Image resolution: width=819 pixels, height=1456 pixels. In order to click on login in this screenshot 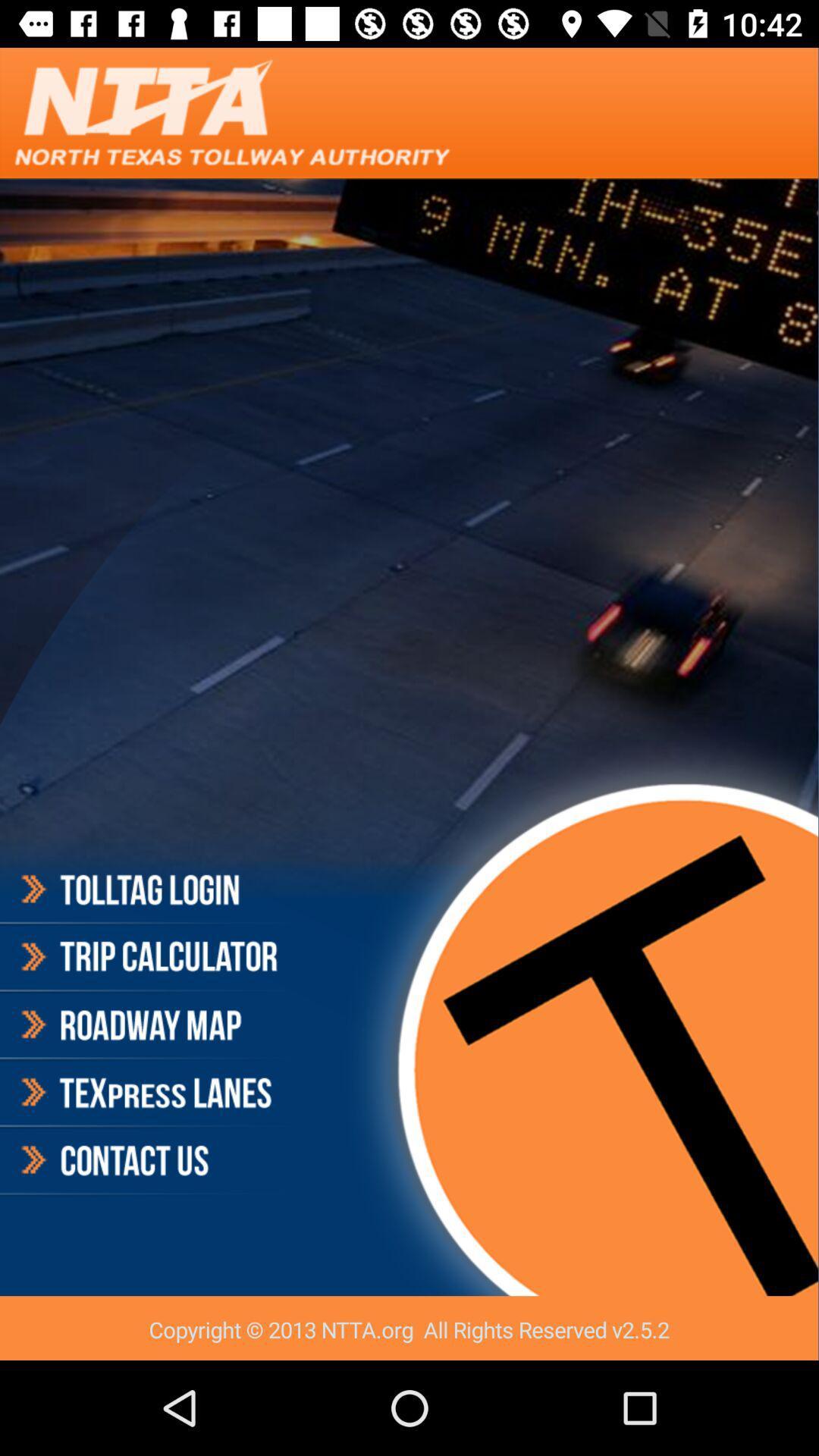, I will do `click(147, 892)`.